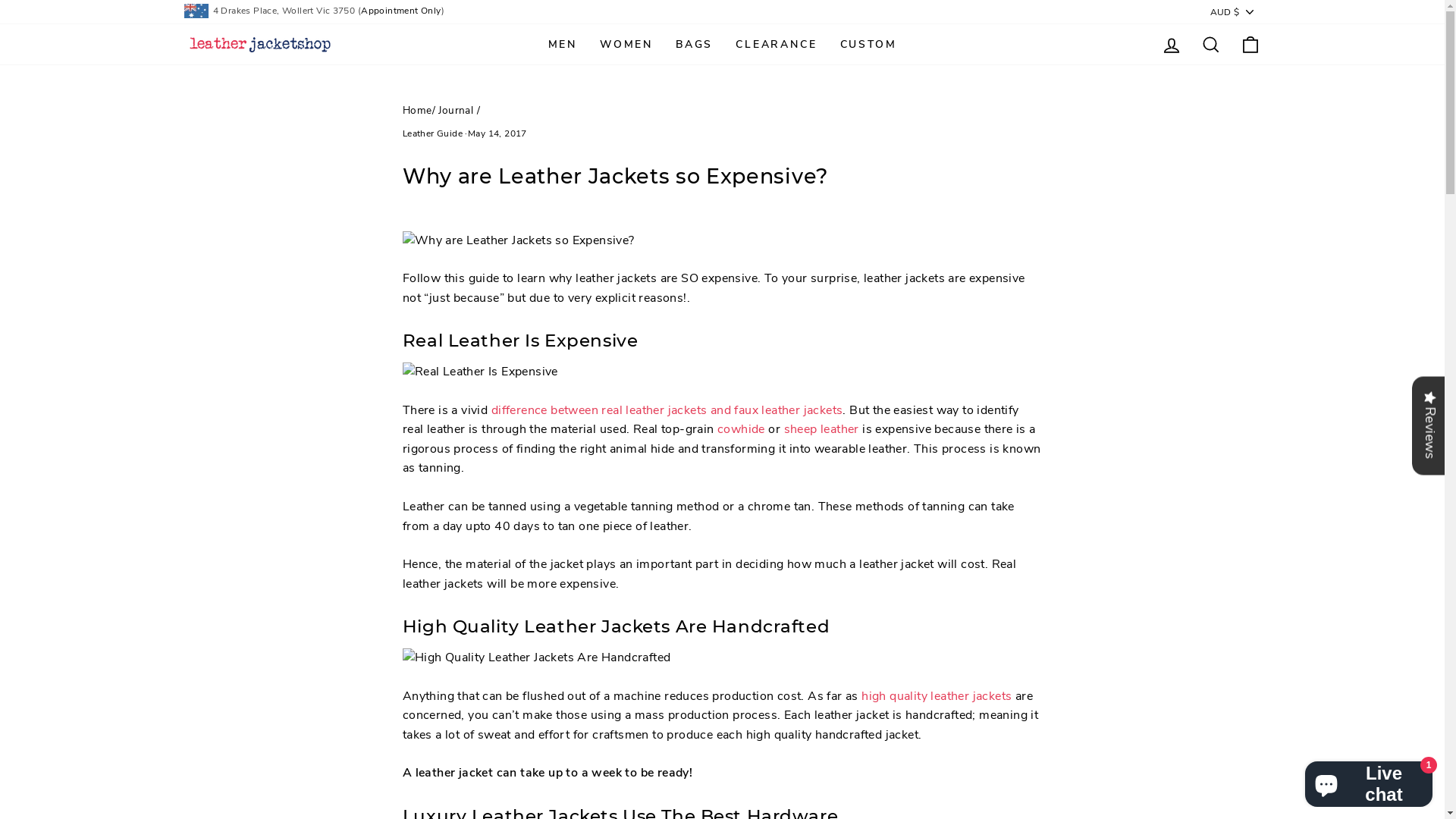 The width and height of the screenshot is (1456, 819). I want to click on 'MEN', so click(562, 43).